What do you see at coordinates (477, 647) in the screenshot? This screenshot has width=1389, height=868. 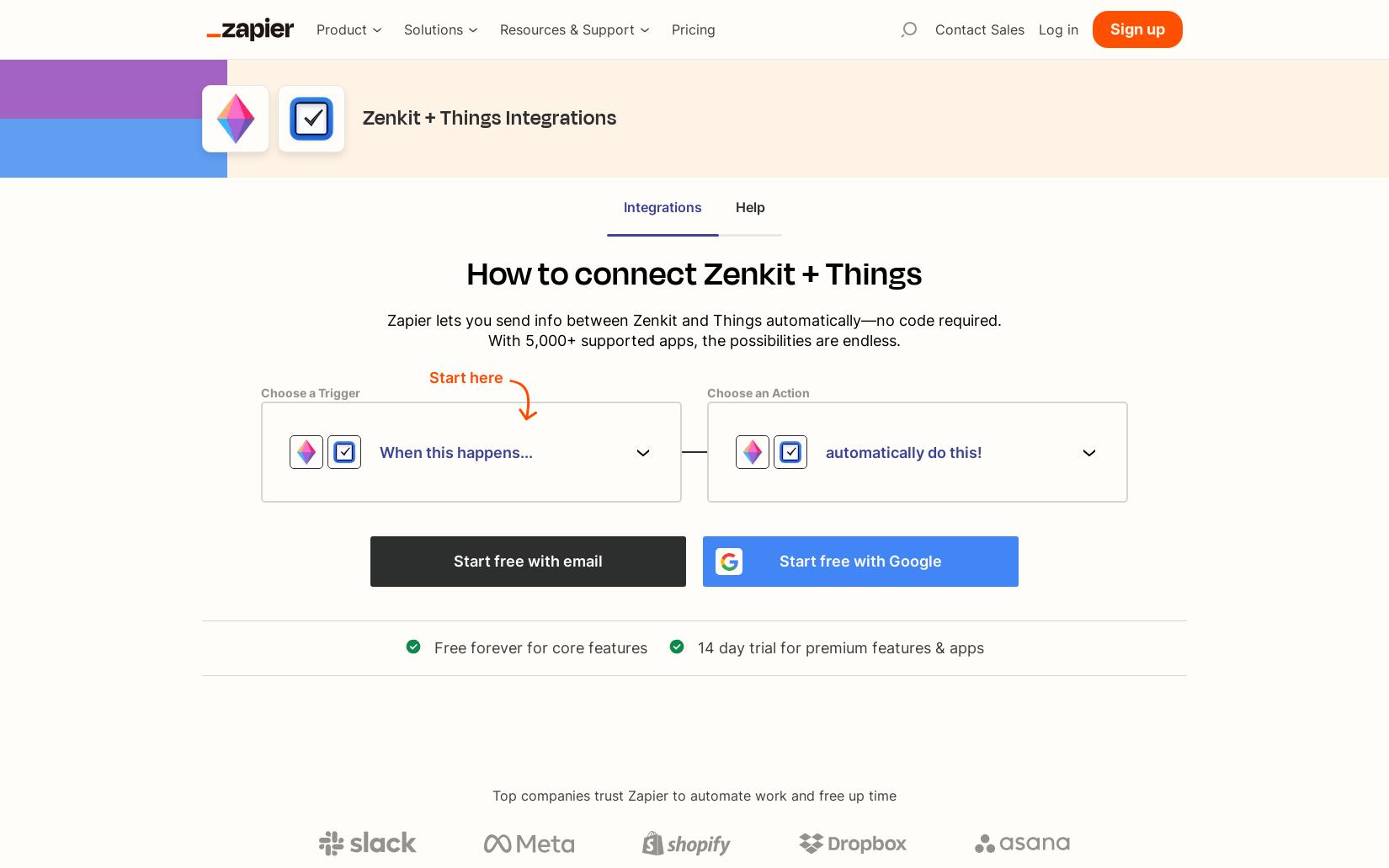 I see `'Free forever'` at bounding box center [477, 647].